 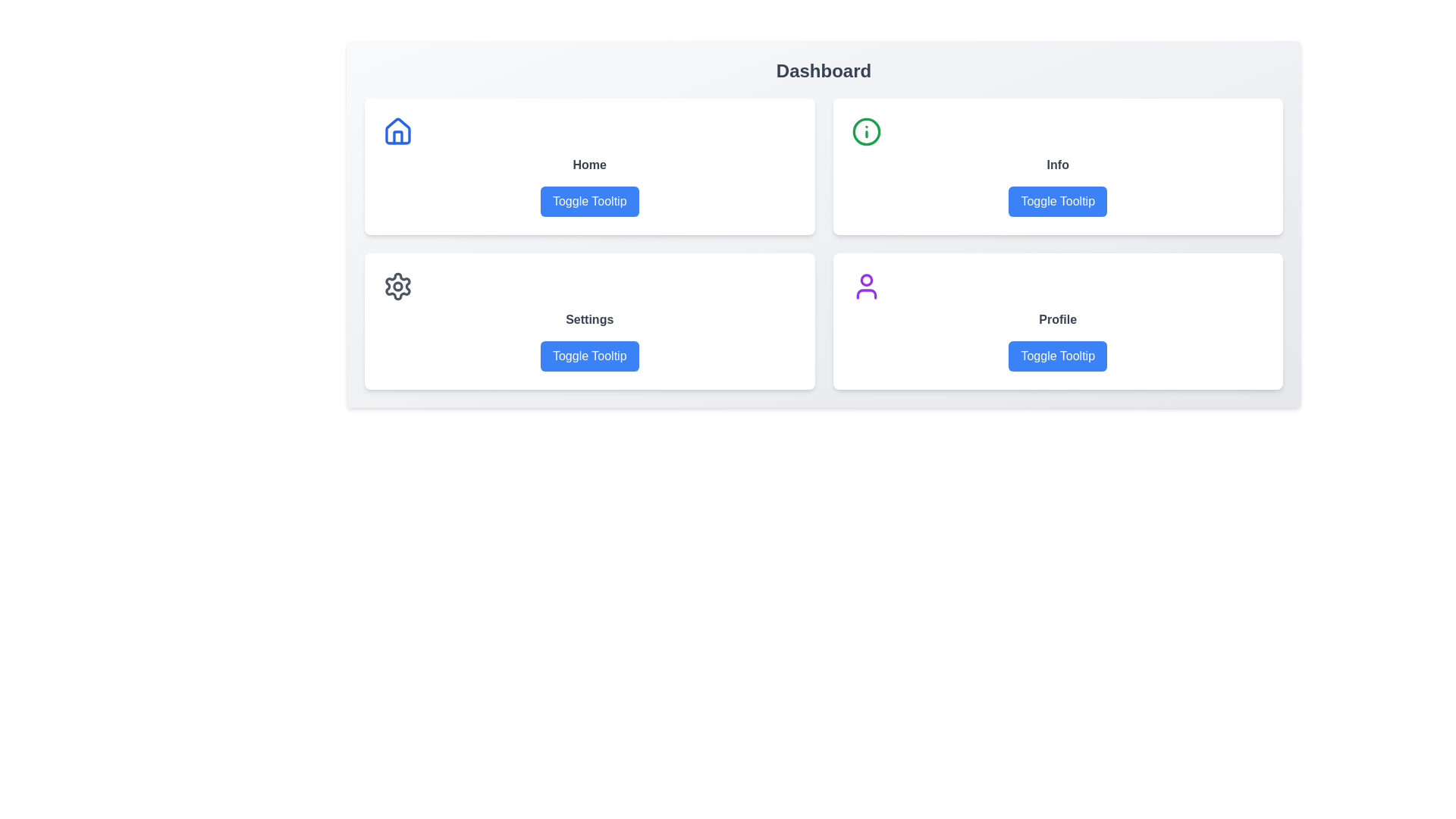 I want to click on the central circular part of the gear icon, which is a decorative component of the settings interface located within a rectangular card labeled 'Settings.', so click(x=397, y=287).